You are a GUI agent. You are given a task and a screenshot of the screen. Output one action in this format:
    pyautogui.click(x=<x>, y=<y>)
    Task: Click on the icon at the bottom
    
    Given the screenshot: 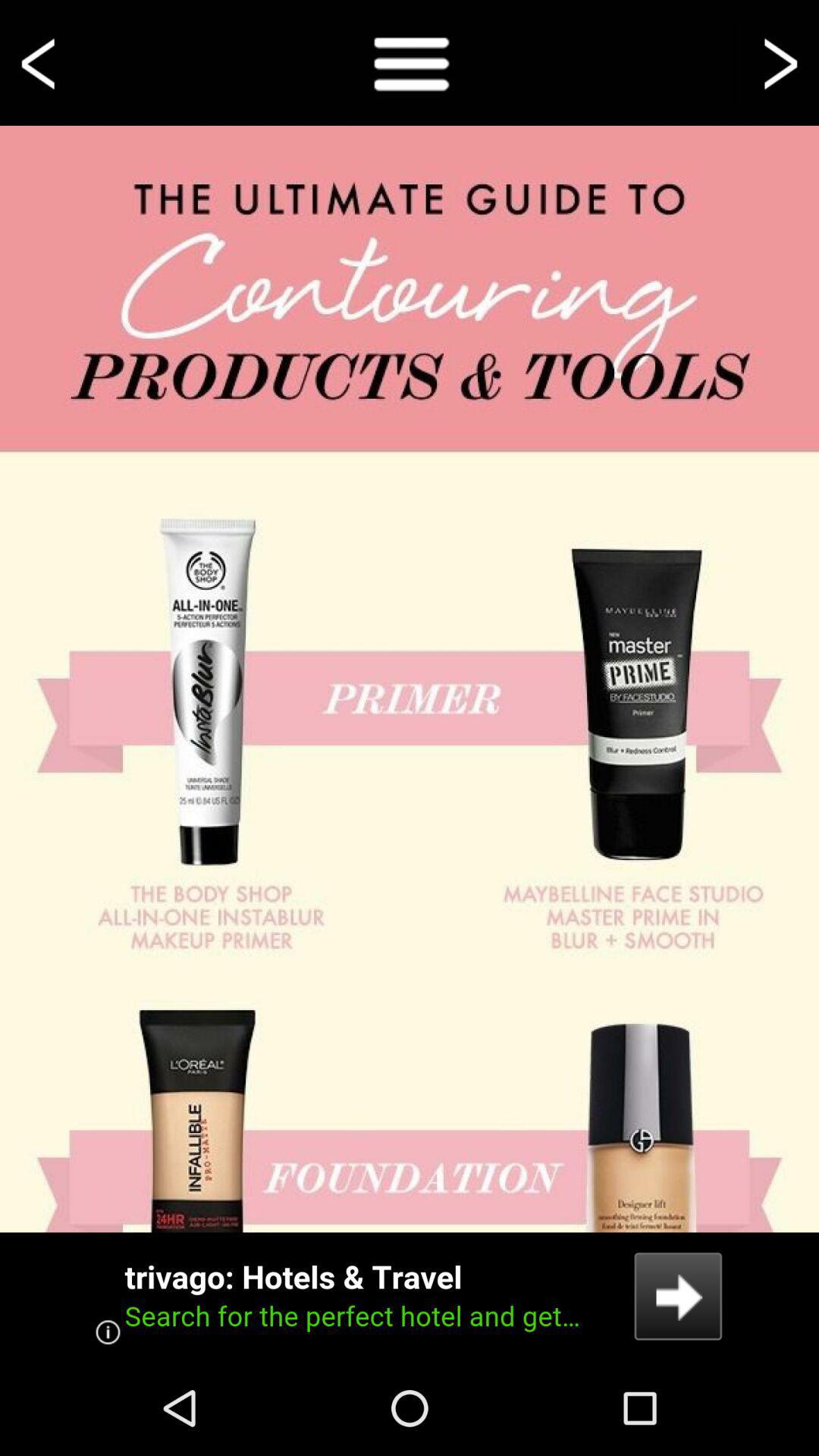 What is the action you would take?
    pyautogui.click(x=409, y=1295)
    